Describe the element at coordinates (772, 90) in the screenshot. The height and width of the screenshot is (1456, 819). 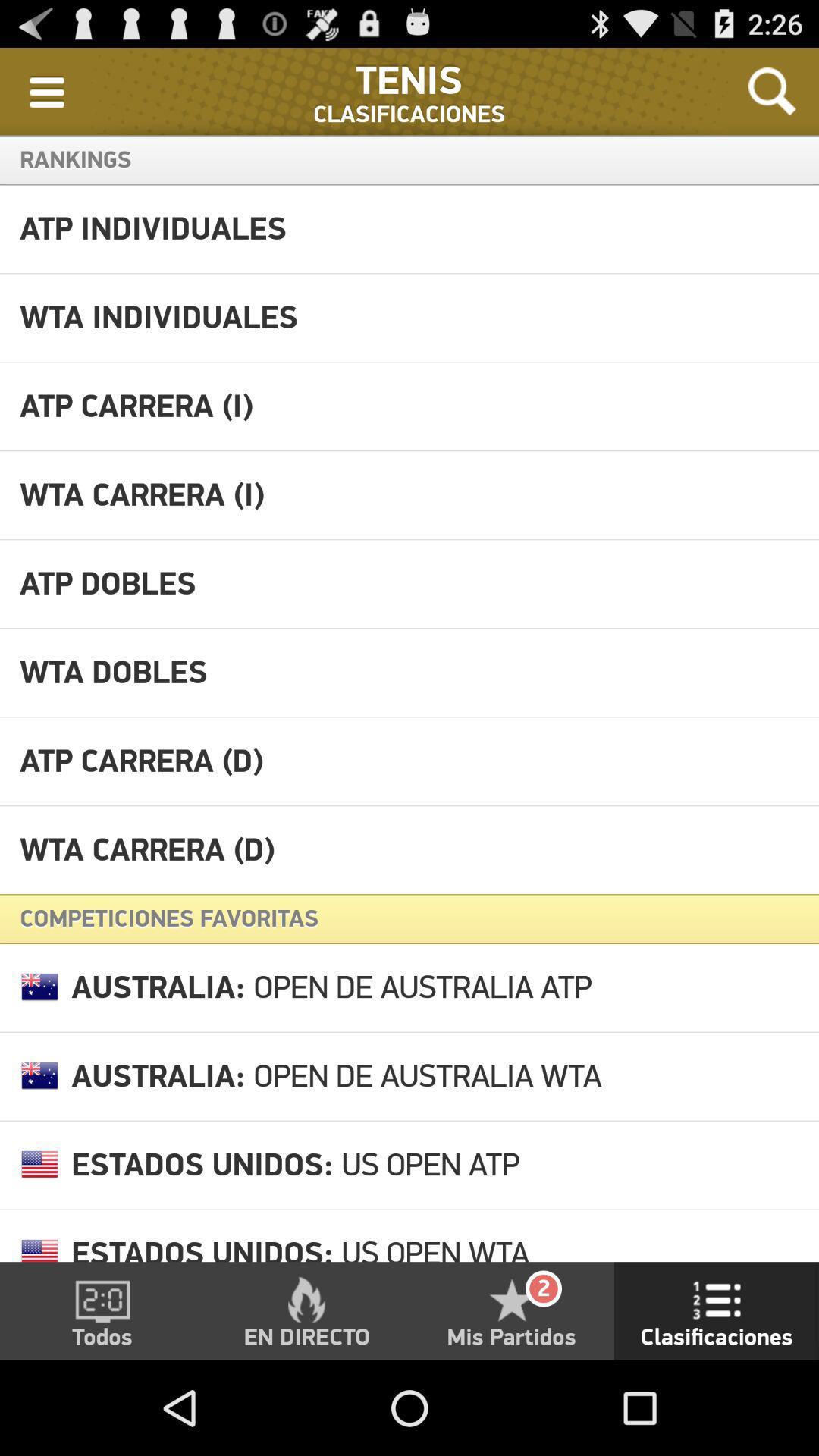
I see `the item next to clasificaciones` at that location.